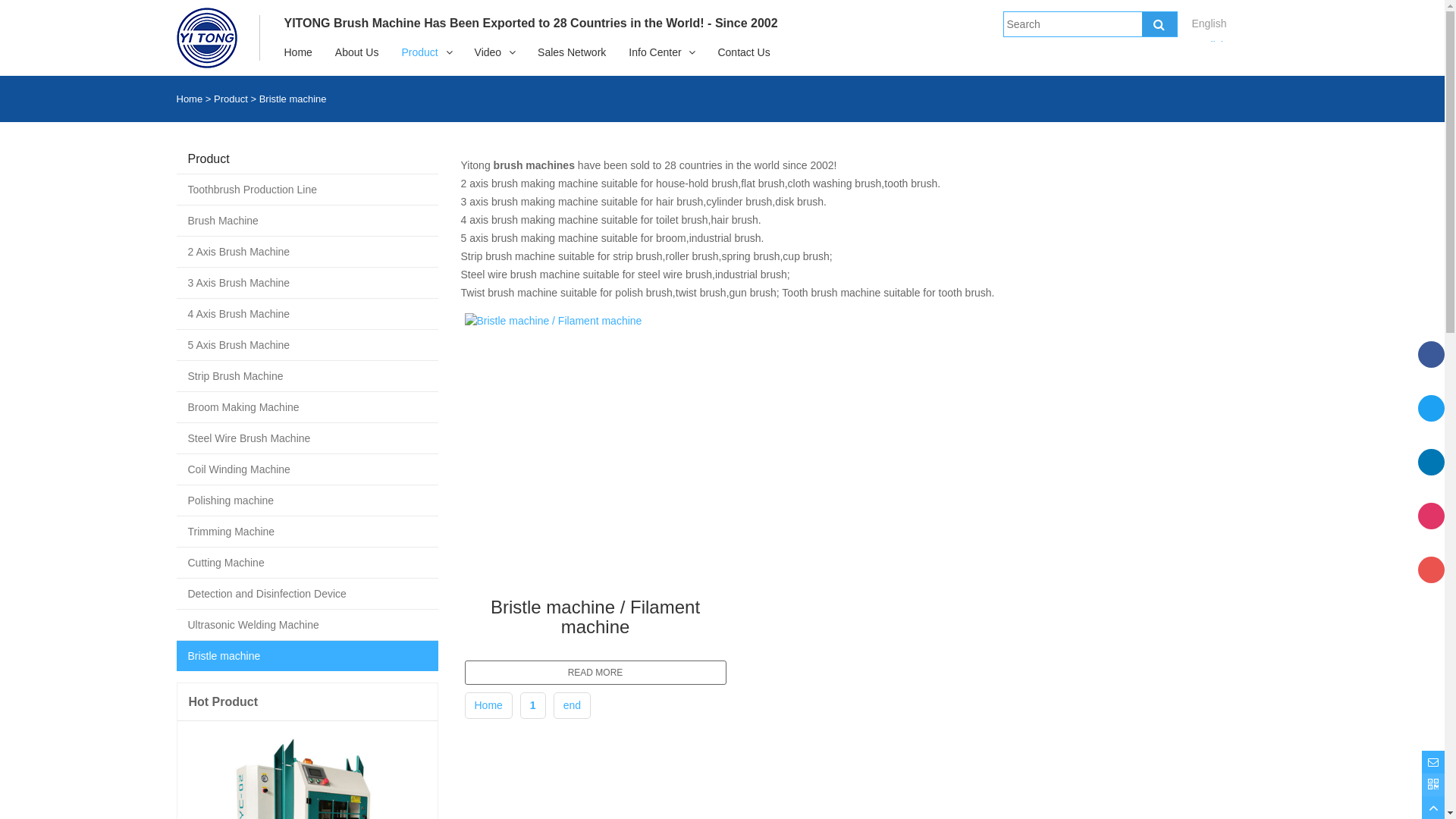 The width and height of the screenshot is (1456, 819). What do you see at coordinates (175, 625) in the screenshot?
I see `'Ultrasonic Welding Machine'` at bounding box center [175, 625].